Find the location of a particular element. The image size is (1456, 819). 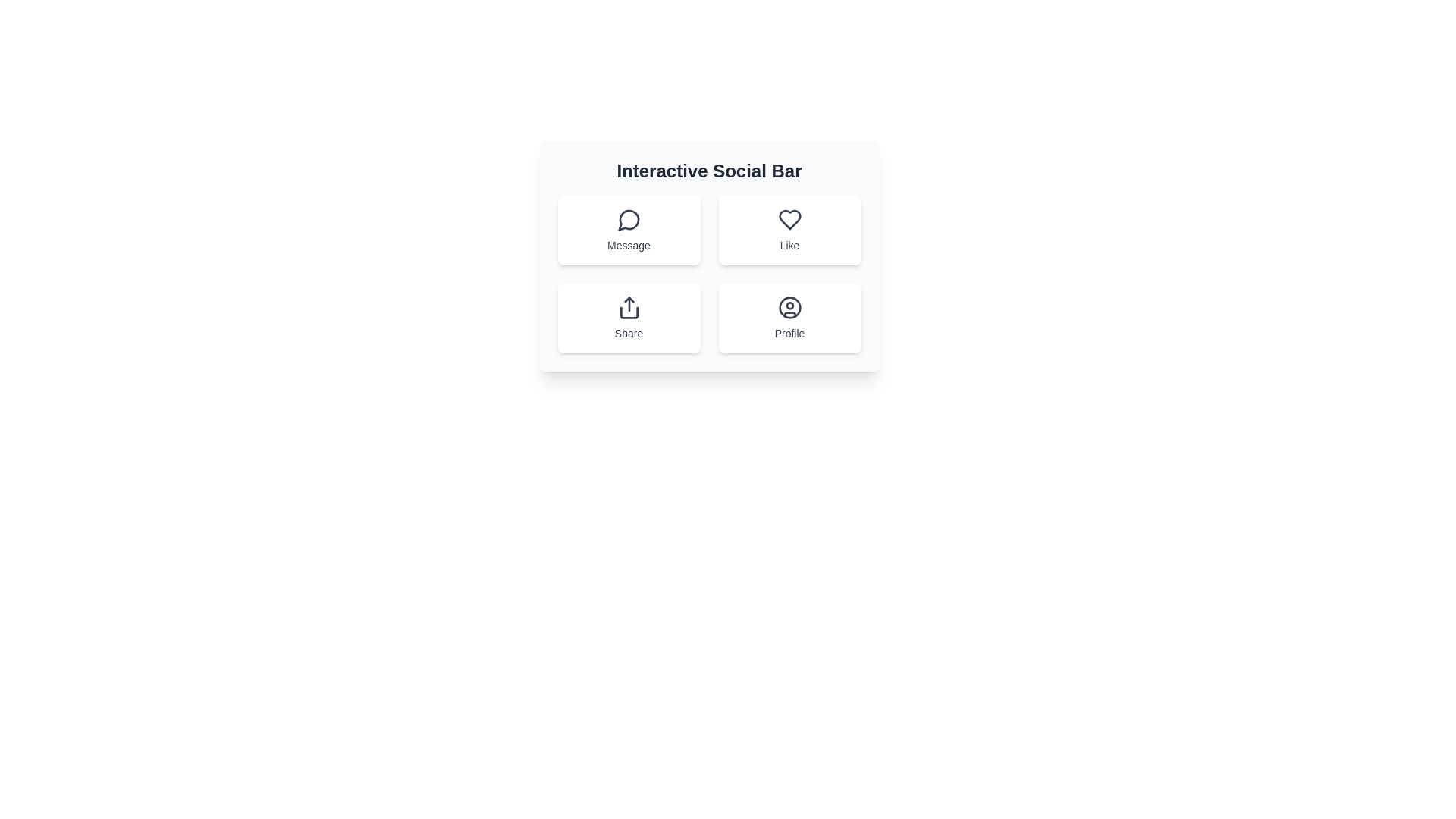

the messaging icon located at the center-top of the 'Message' card, which serves as a visual cue for interaction is located at coordinates (629, 219).